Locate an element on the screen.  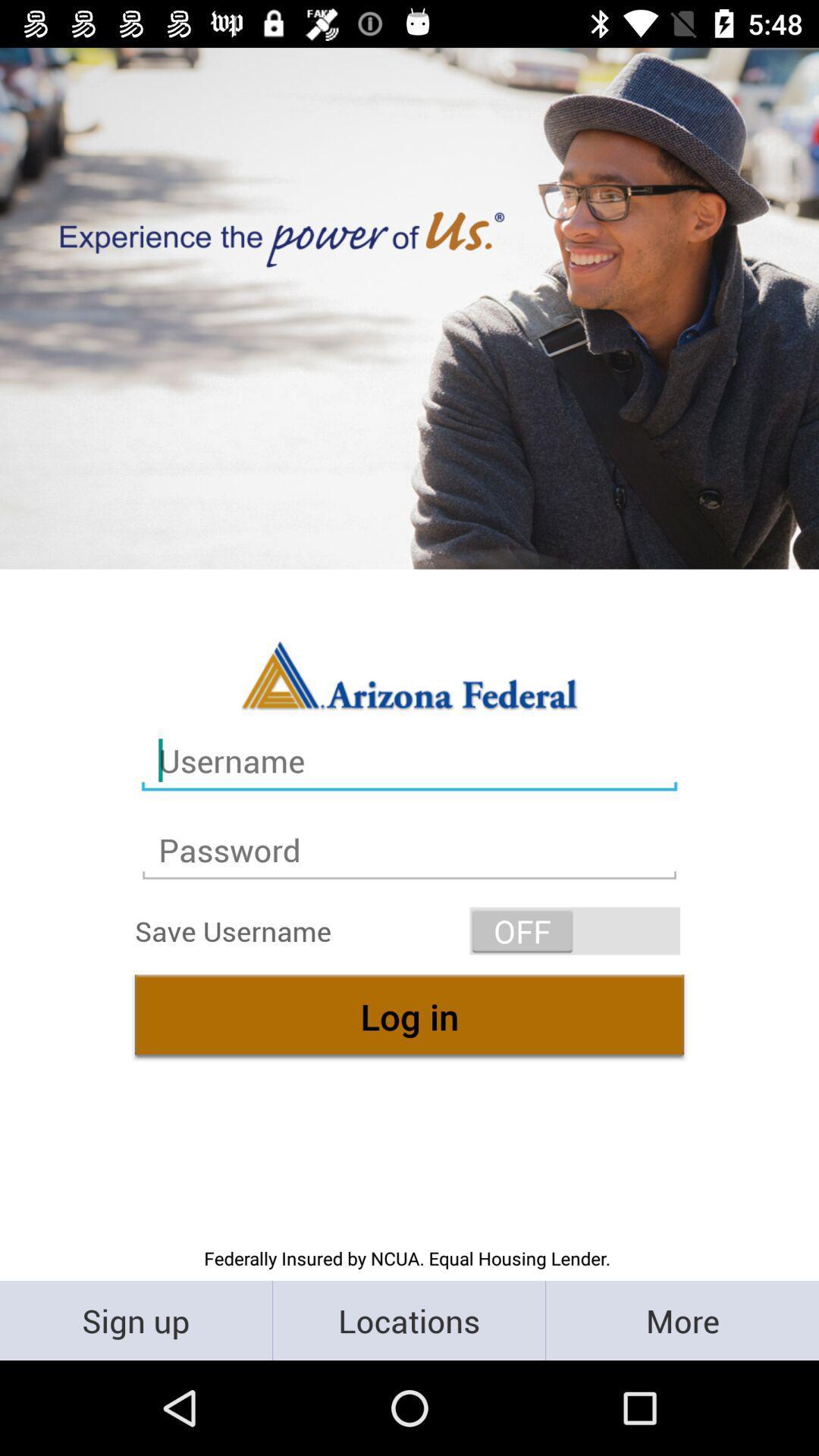
item to the right of locations icon is located at coordinates (681, 1319).